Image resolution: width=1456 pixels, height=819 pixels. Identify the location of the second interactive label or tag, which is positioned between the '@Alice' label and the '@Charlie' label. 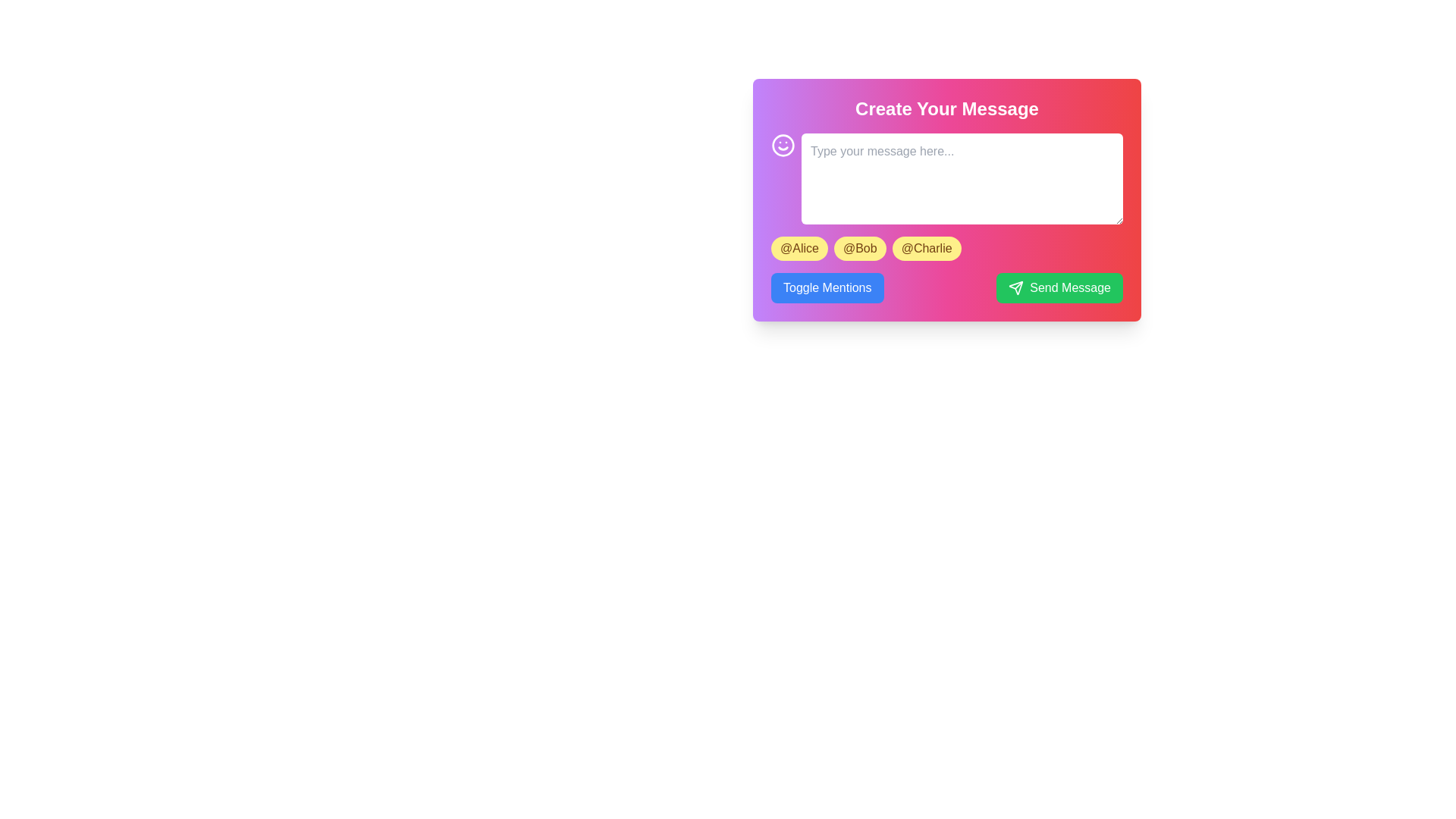
(860, 247).